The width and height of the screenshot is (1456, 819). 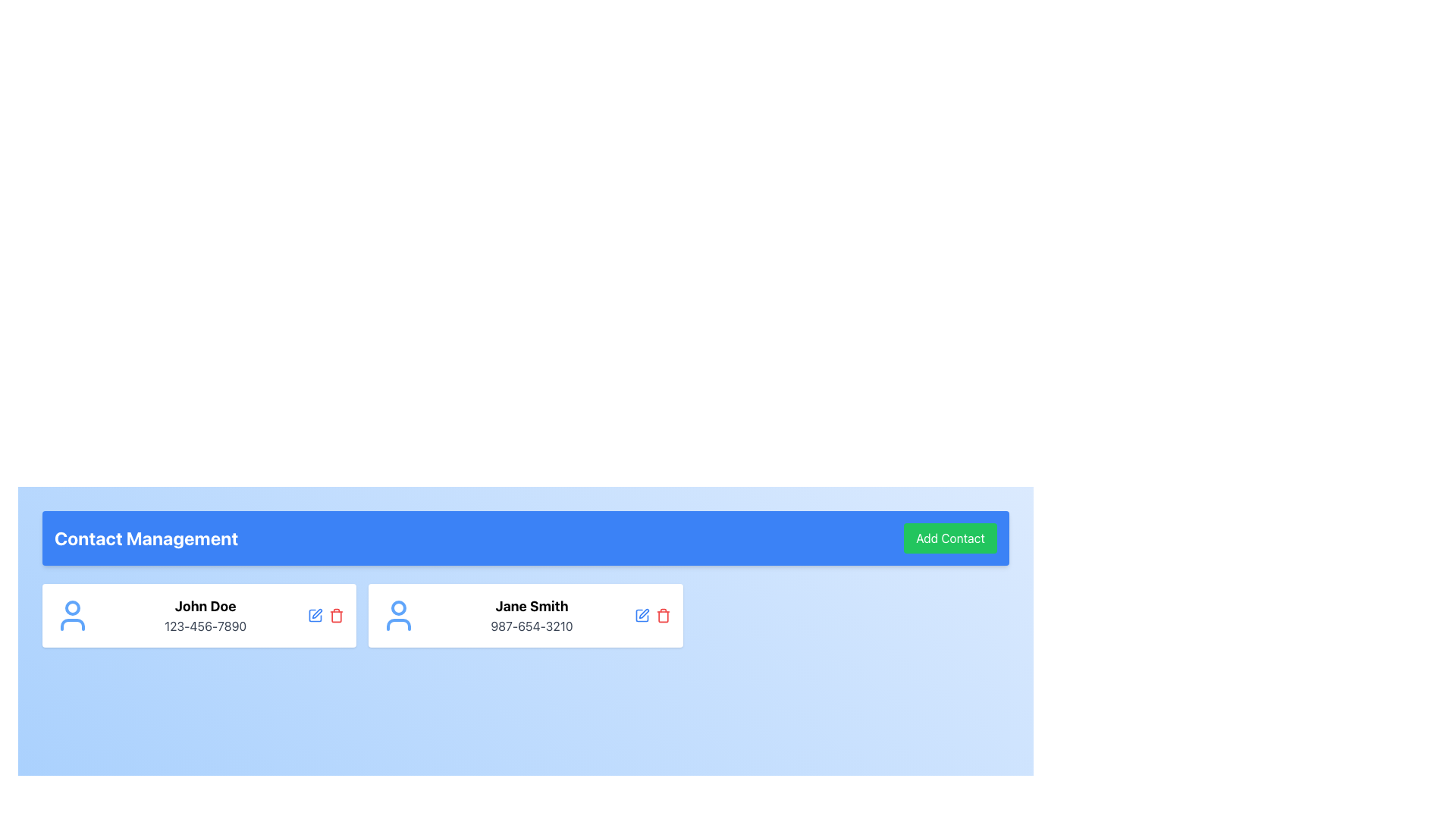 What do you see at coordinates (642, 616) in the screenshot?
I see `the icon button for editing contact details of 'Jane Smith'` at bounding box center [642, 616].